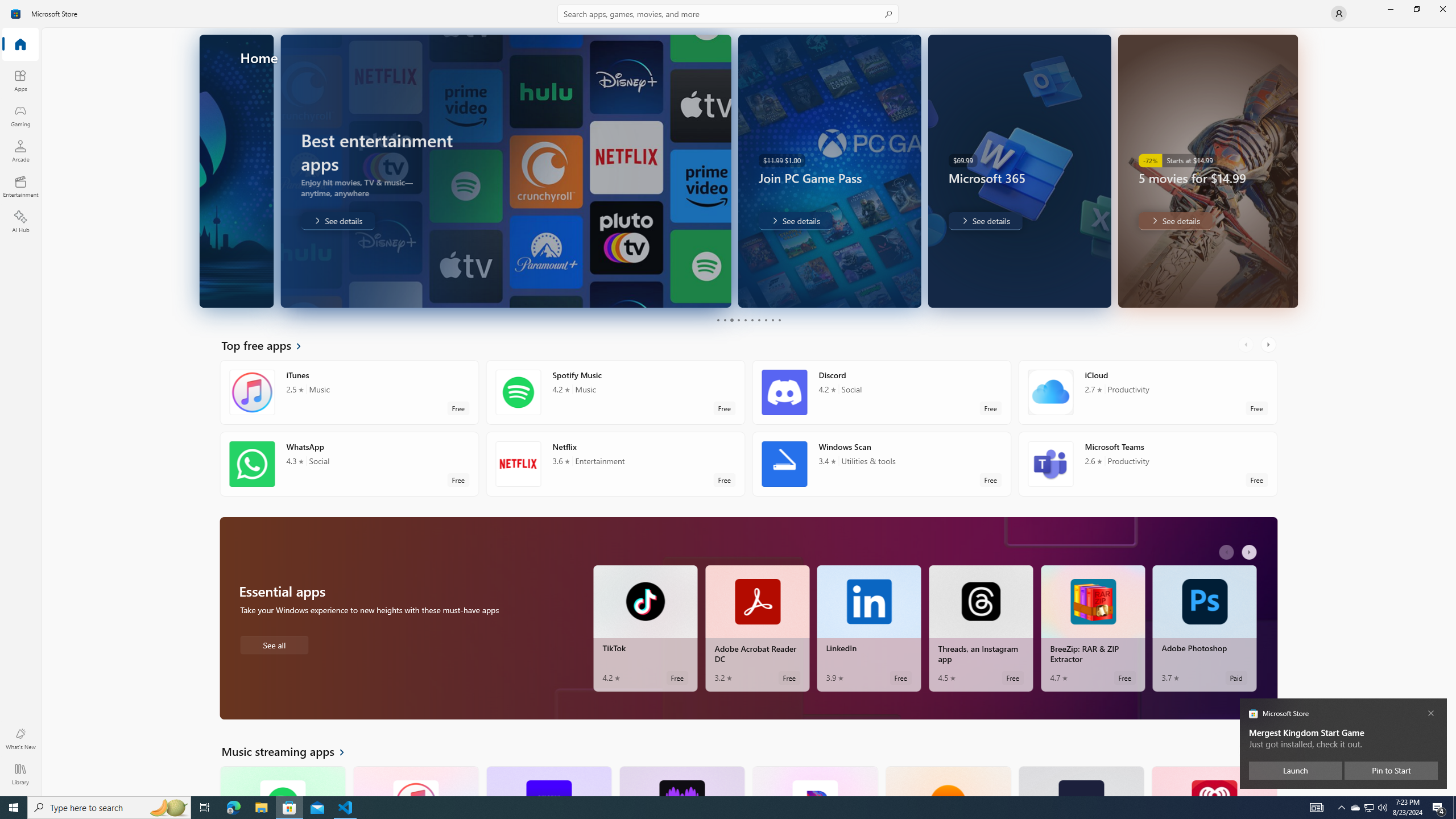  I want to click on 'Home', so click(19, 44).